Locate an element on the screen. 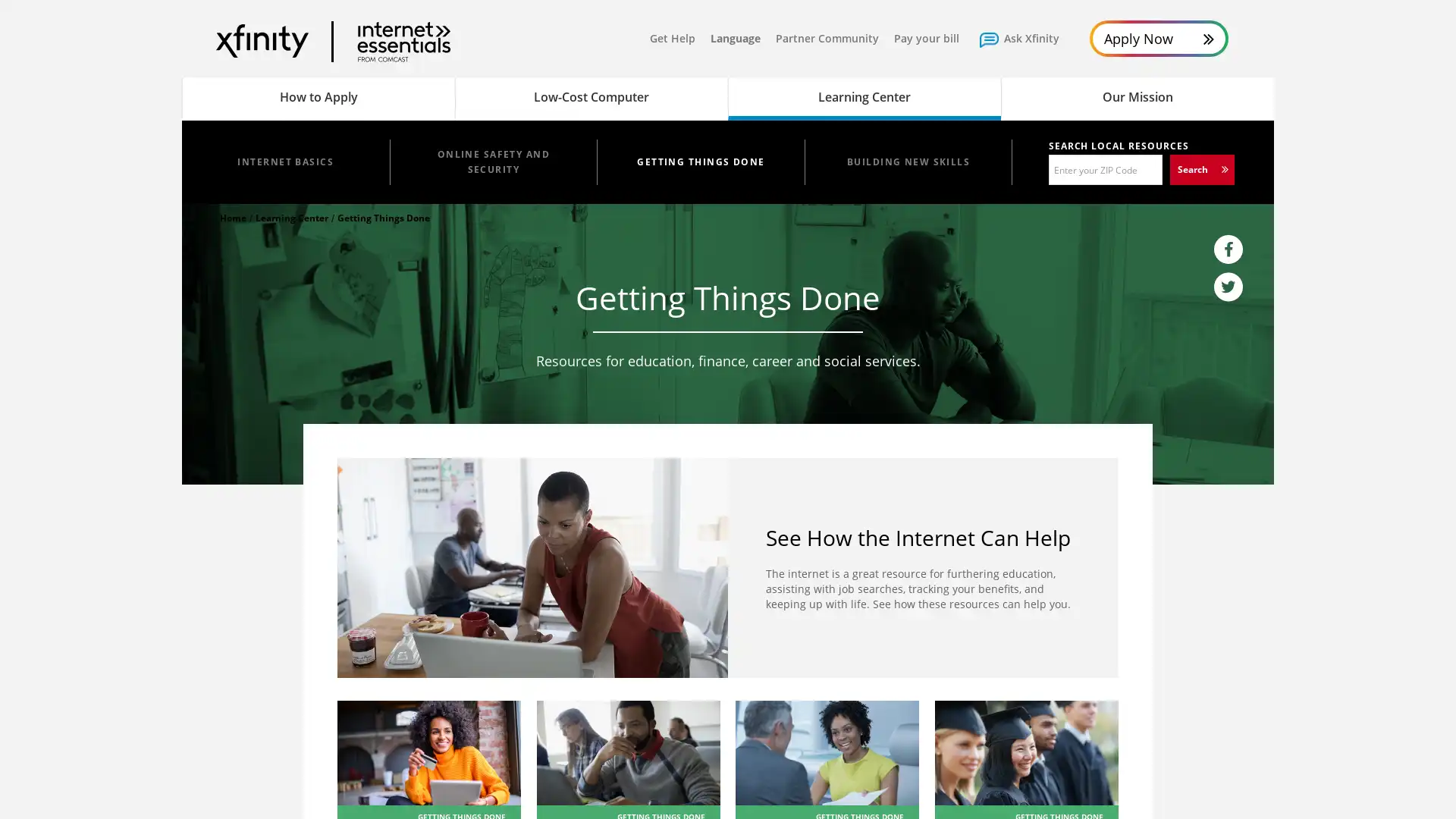 This screenshot has height=819, width=1456. Apply Now is located at coordinates (1158, 35).